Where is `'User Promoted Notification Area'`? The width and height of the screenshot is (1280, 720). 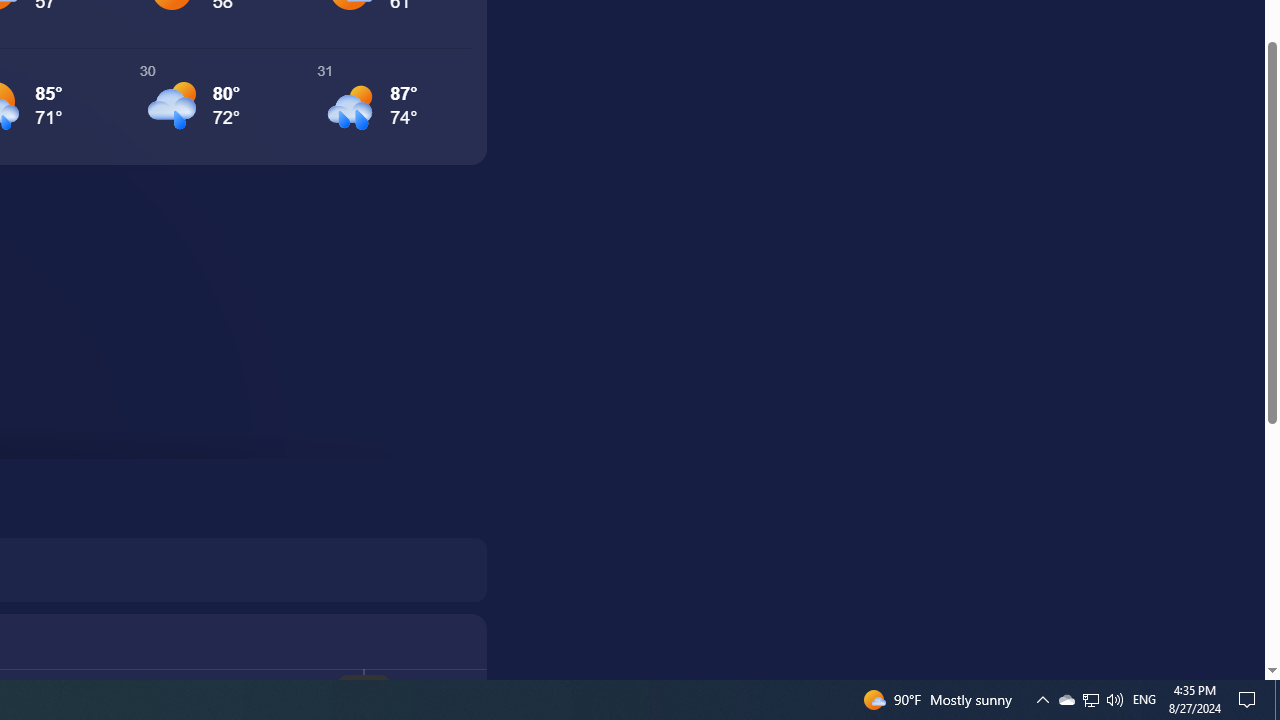 'User Promoted Notification Area' is located at coordinates (1089, 698).